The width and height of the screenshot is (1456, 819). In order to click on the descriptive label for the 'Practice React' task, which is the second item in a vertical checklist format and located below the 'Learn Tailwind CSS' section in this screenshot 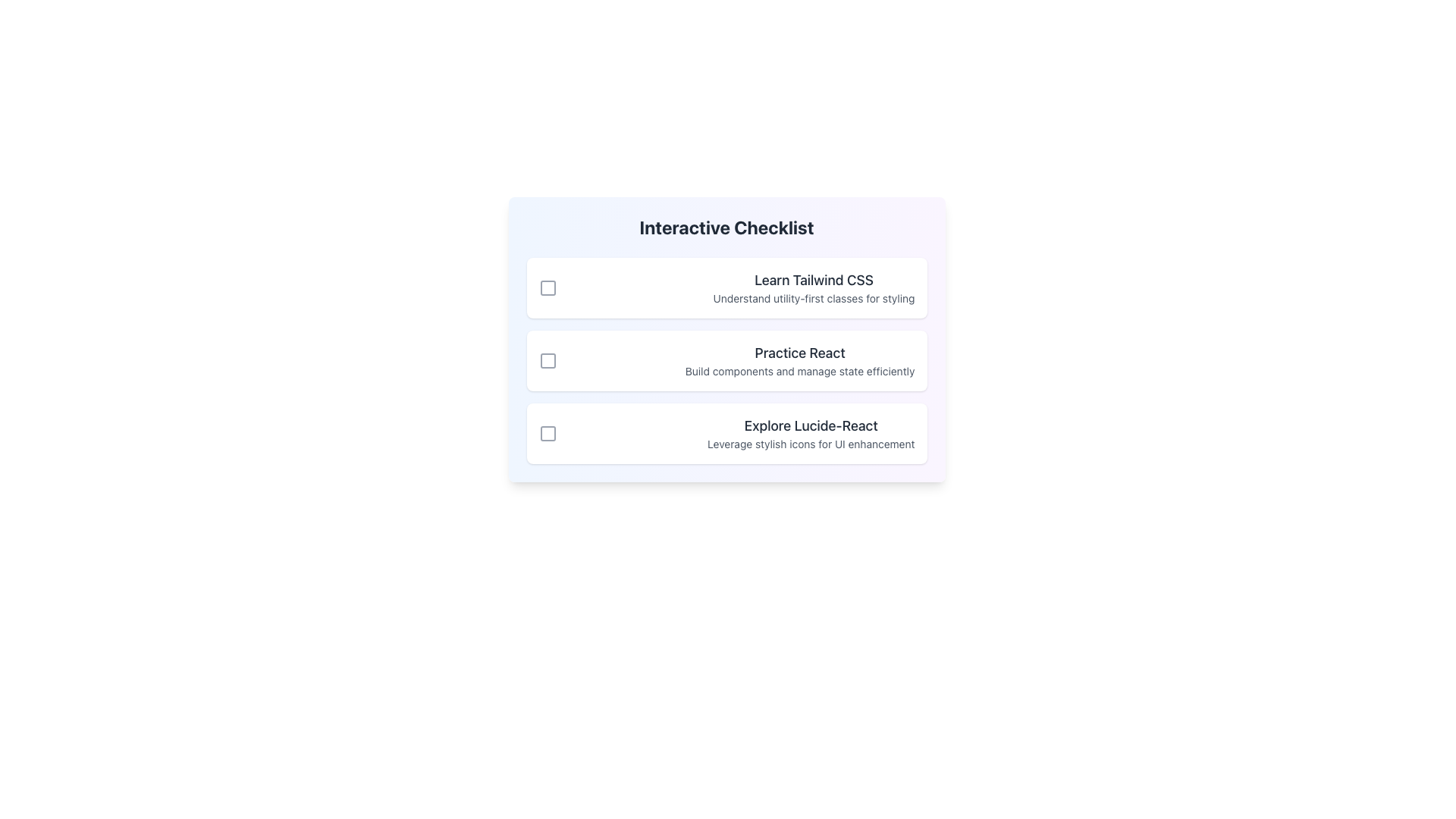, I will do `click(799, 360)`.